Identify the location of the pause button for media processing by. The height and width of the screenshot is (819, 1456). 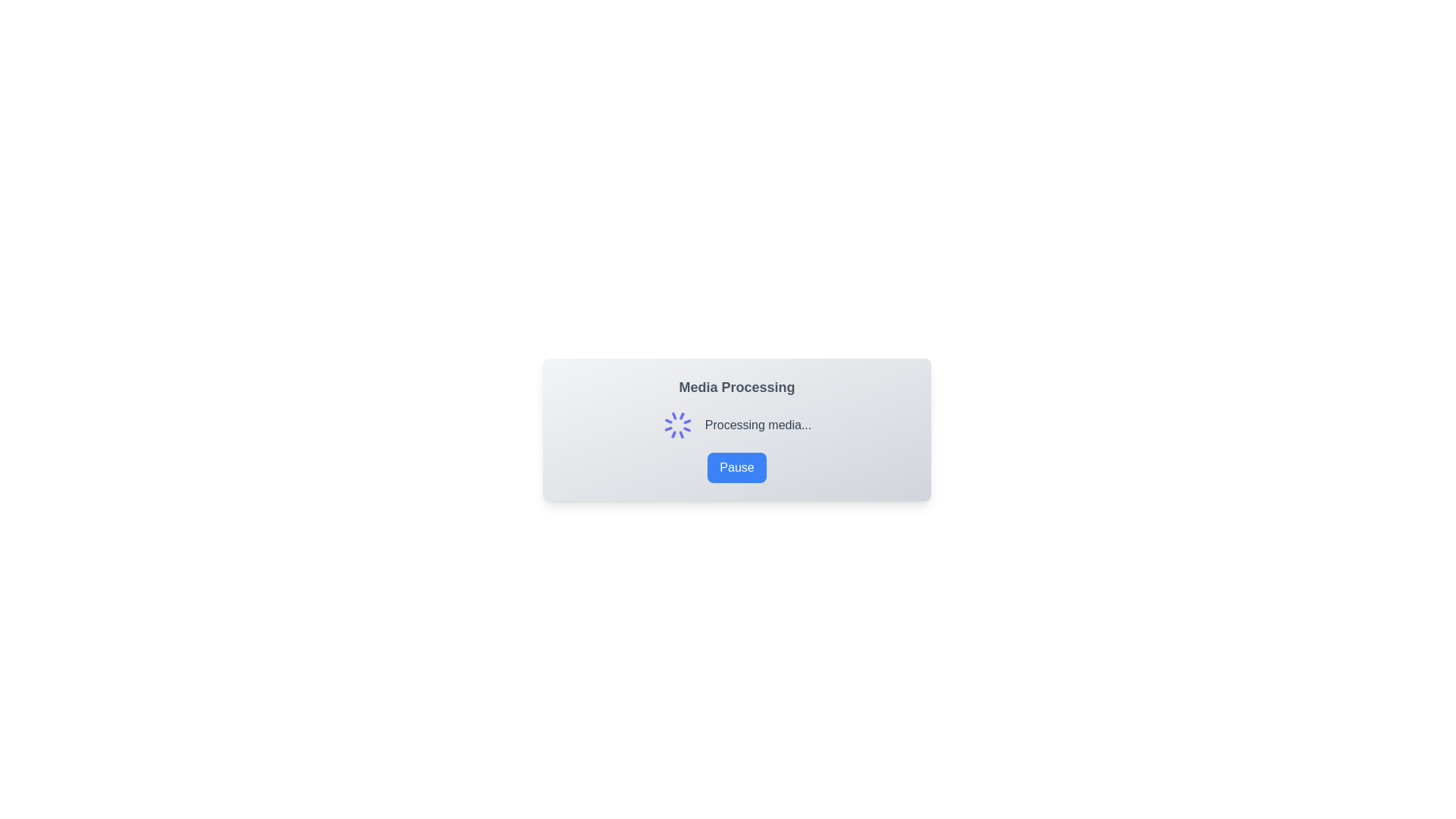
(736, 467).